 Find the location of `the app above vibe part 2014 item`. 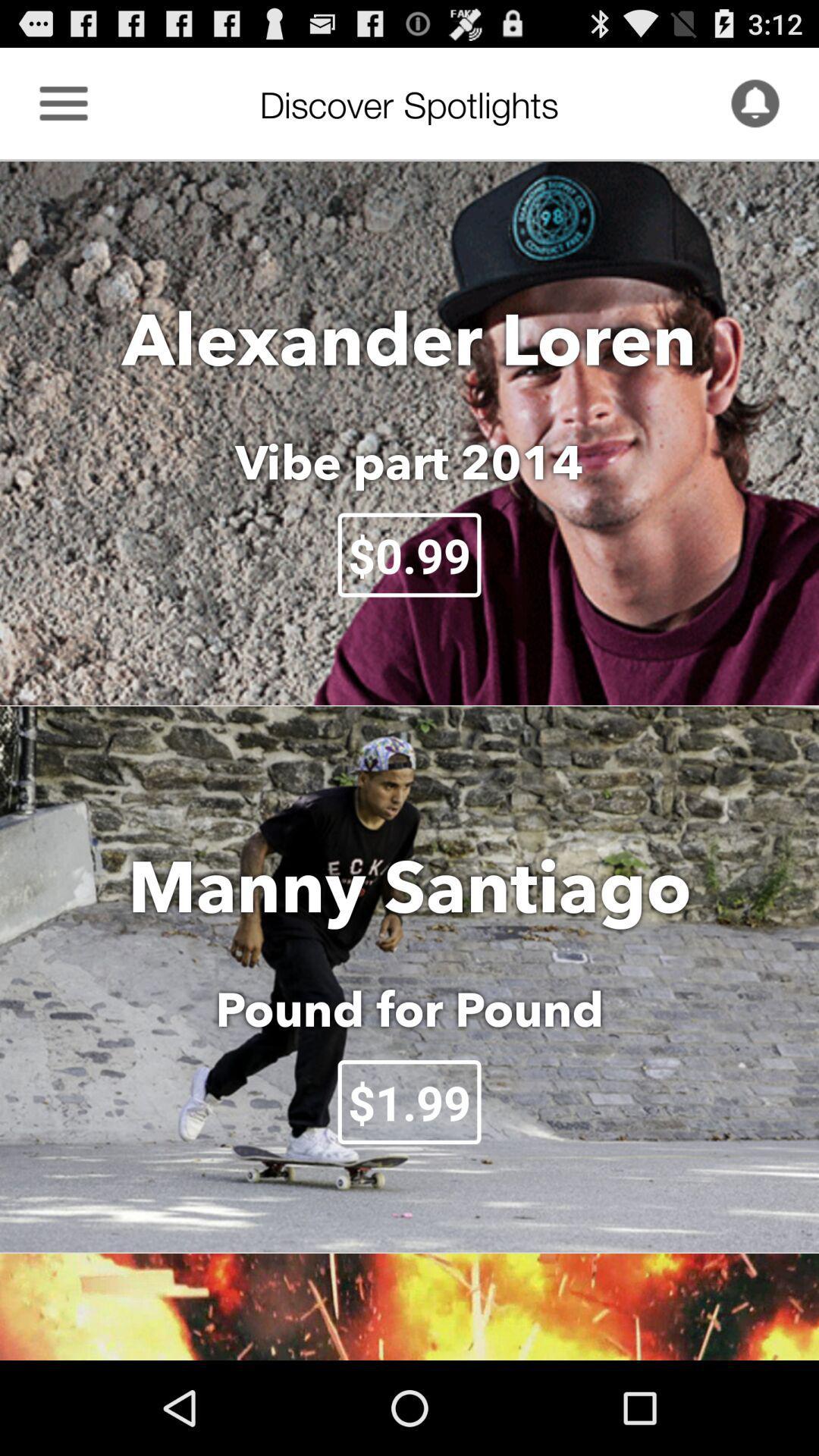

the app above vibe part 2014 item is located at coordinates (409, 337).